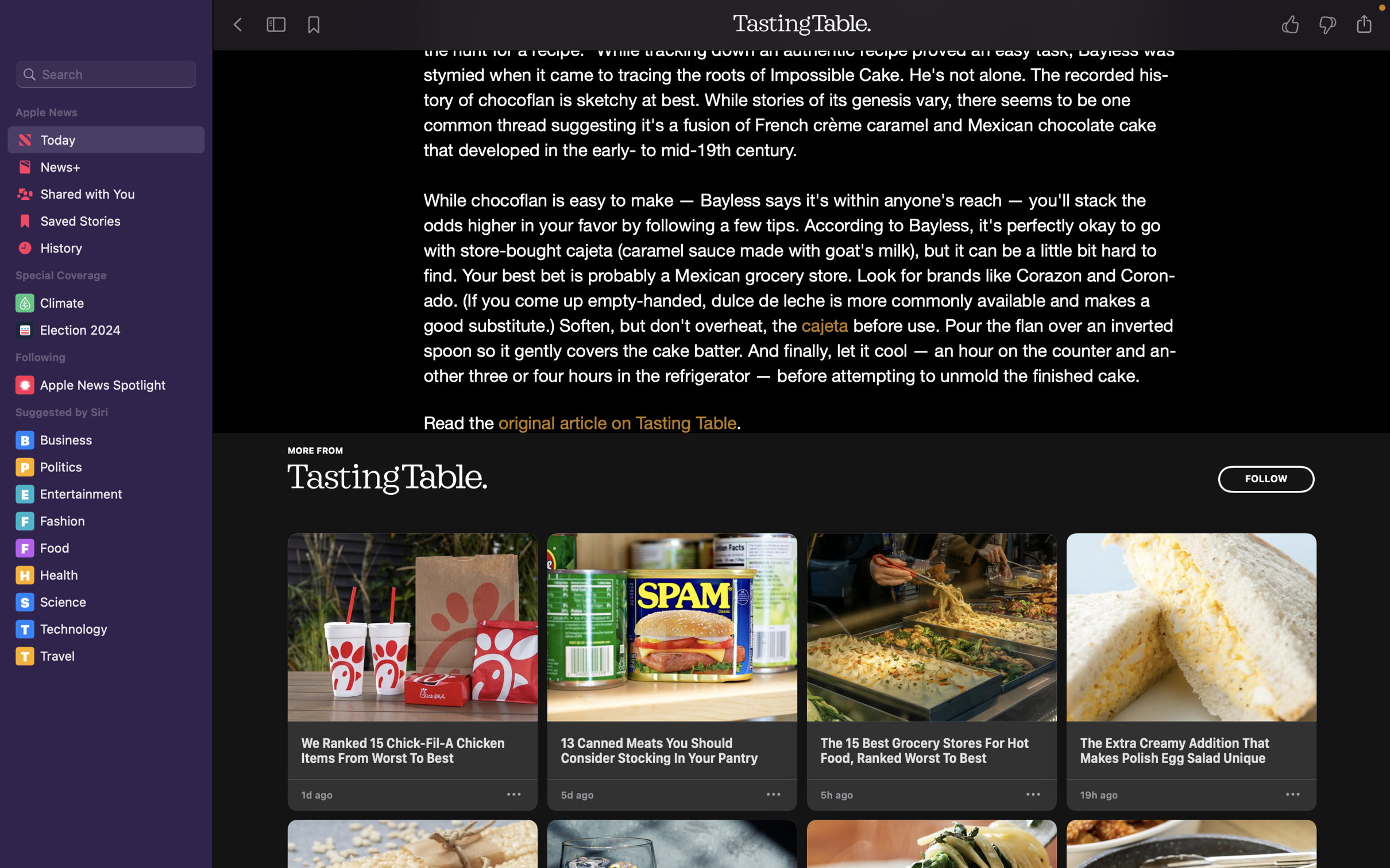 This screenshot has width=1390, height=868. I want to click on the fourth article on the Tasting Table website, so click(1191, 656).